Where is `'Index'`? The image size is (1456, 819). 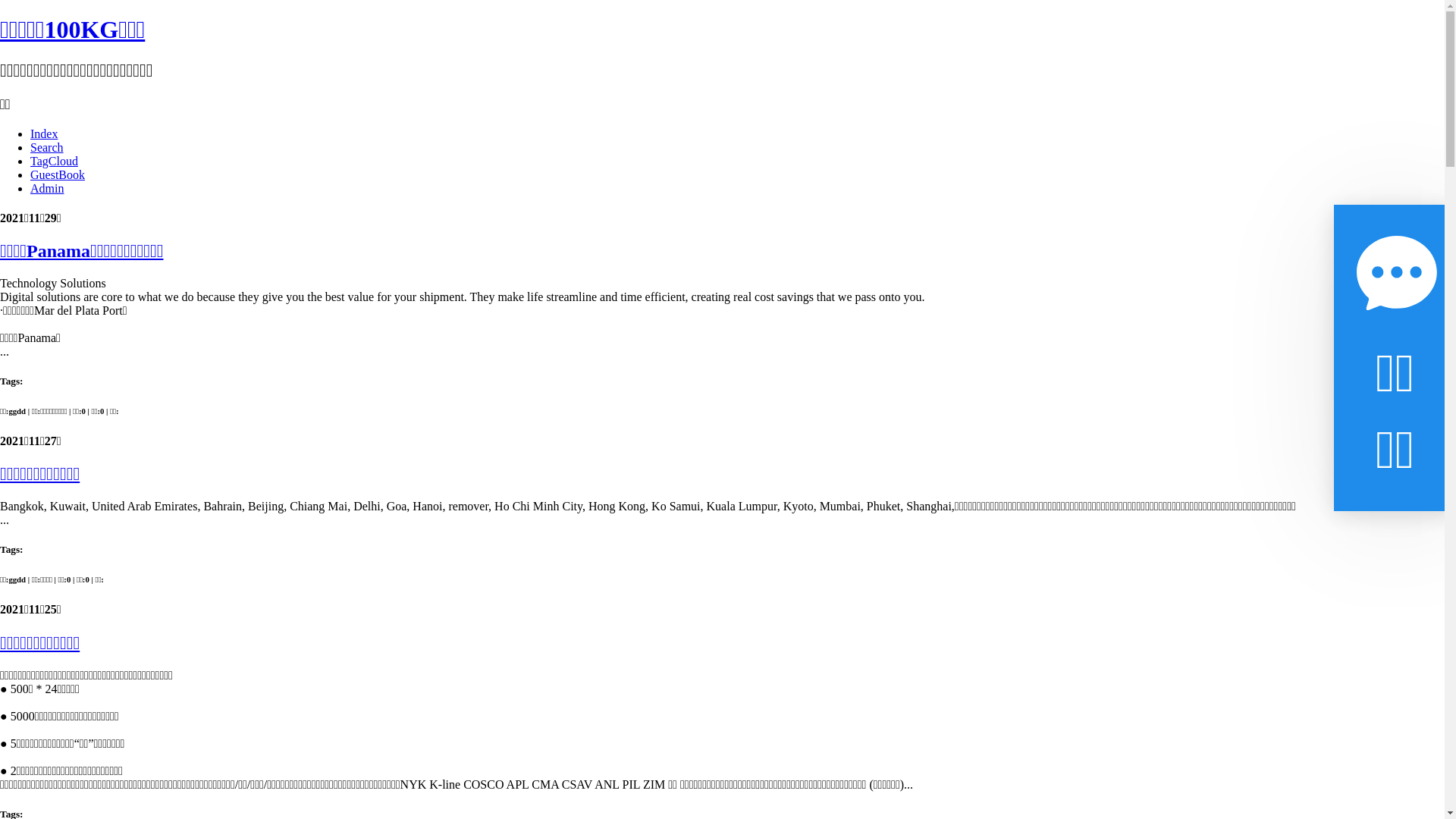
'Index' is located at coordinates (43, 133).